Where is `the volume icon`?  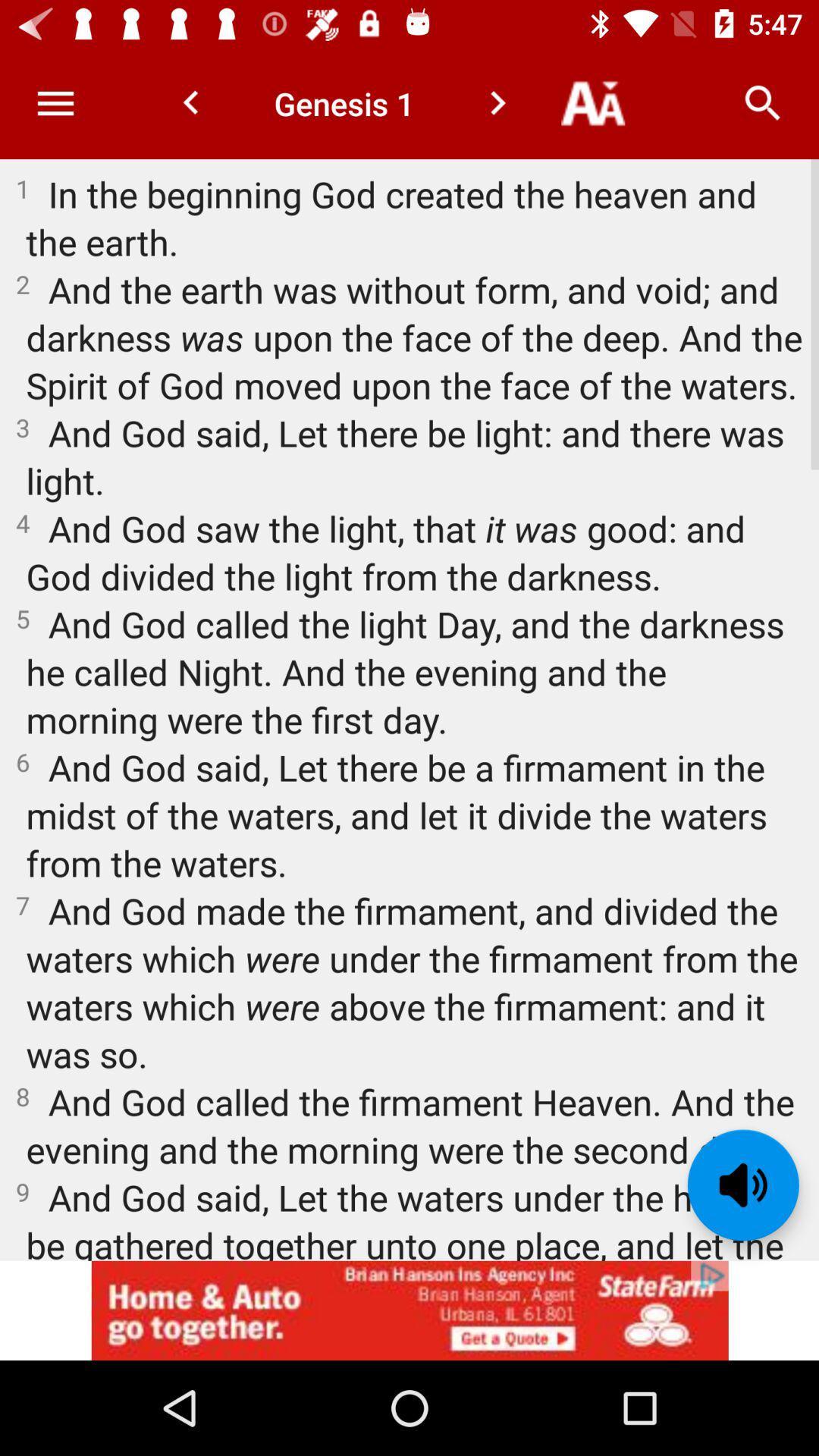 the volume icon is located at coordinates (742, 1185).